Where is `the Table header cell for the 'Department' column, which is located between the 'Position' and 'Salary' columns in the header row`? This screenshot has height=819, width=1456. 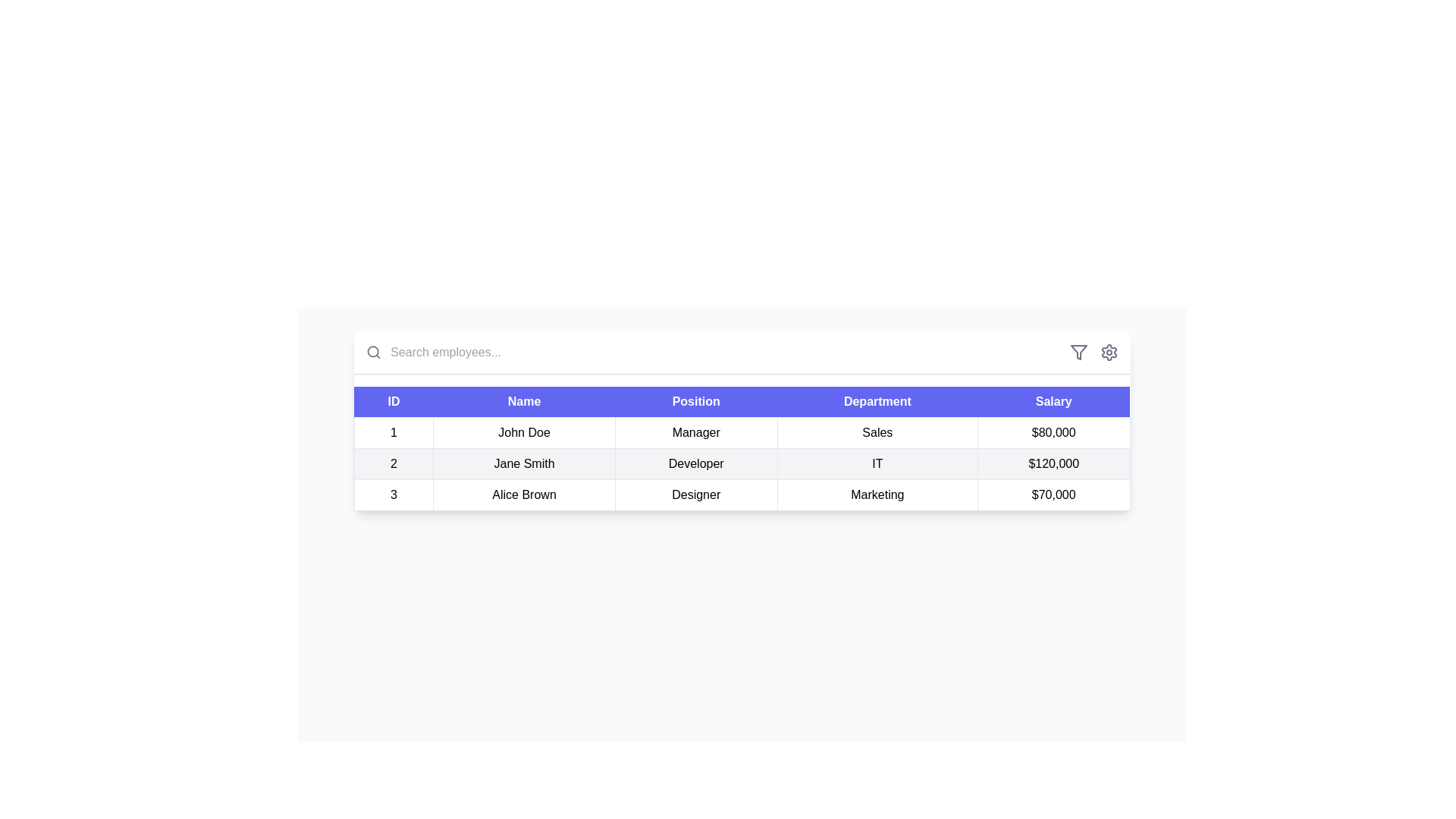
the Table header cell for the 'Department' column, which is located between the 'Position' and 'Salary' columns in the header row is located at coordinates (877, 401).